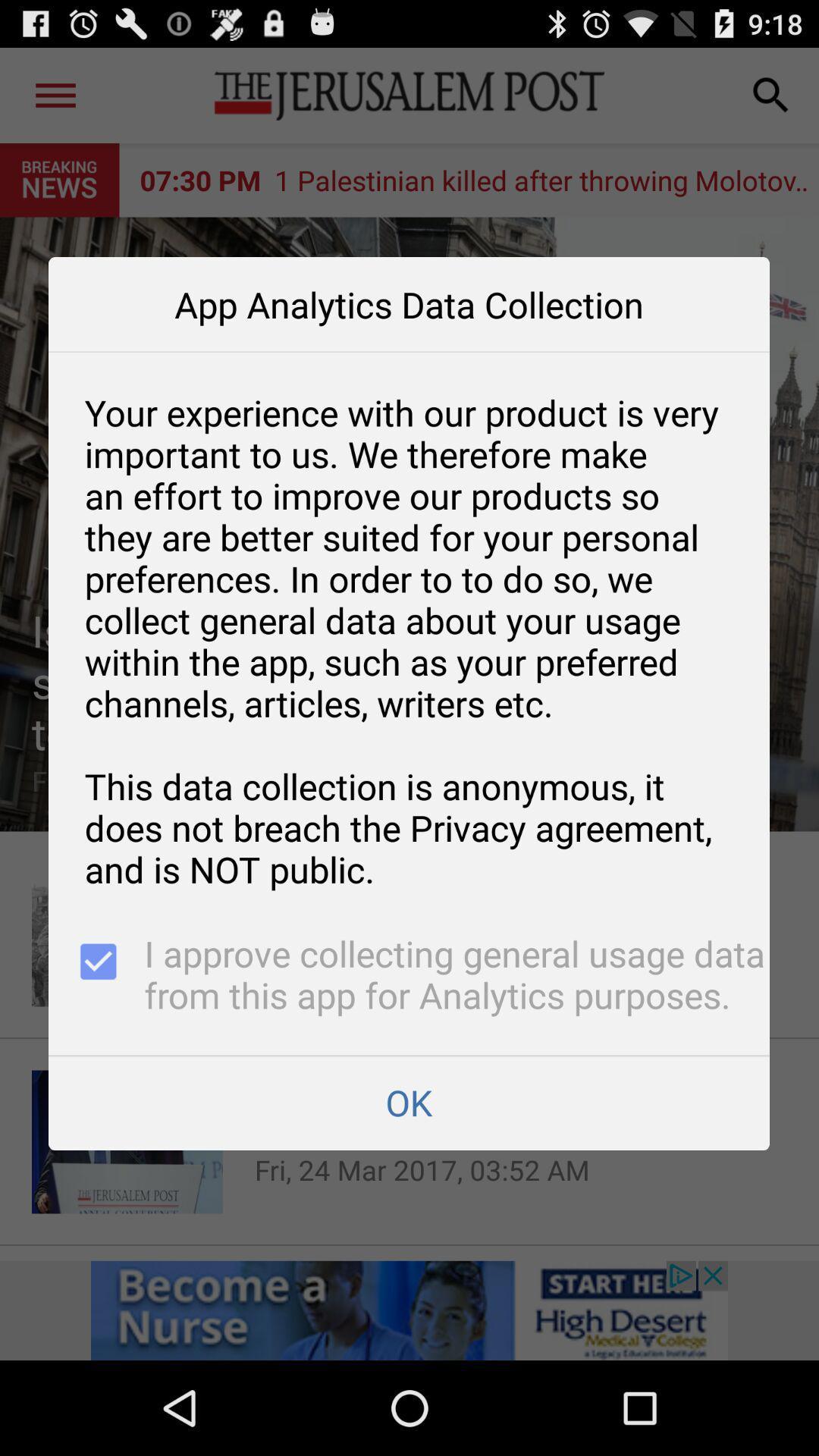 This screenshot has height=1456, width=819. Describe the element at coordinates (96, 977) in the screenshot. I see `icon below your experience with app` at that location.